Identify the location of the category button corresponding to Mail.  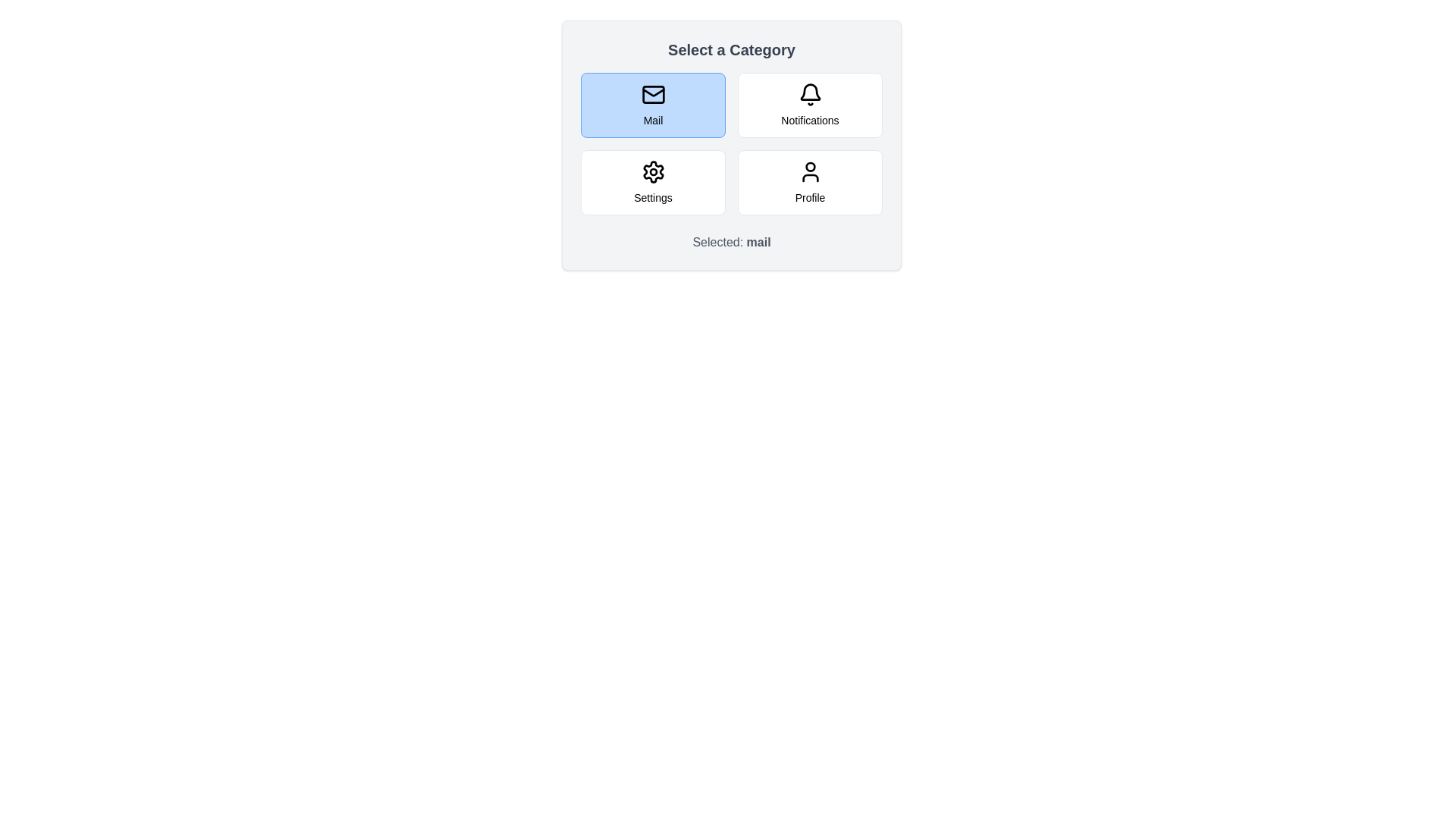
(653, 104).